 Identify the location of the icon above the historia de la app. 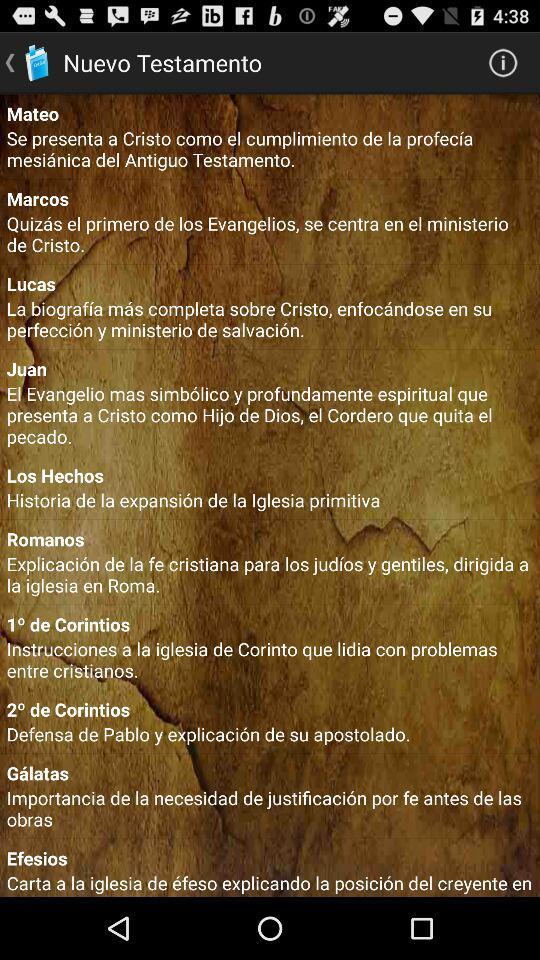
(270, 475).